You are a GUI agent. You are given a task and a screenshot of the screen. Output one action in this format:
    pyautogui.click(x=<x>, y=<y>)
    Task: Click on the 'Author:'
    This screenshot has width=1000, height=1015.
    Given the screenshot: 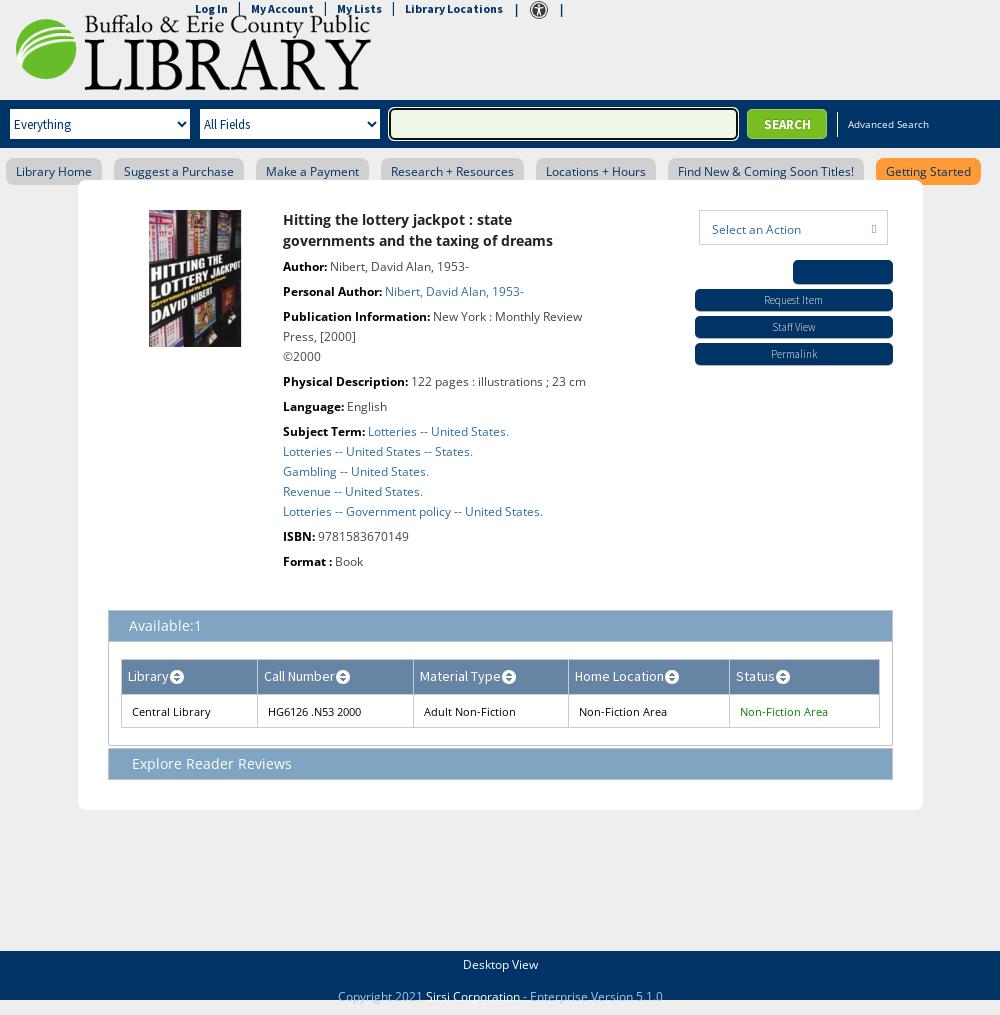 What is the action you would take?
    pyautogui.click(x=305, y=266)
    